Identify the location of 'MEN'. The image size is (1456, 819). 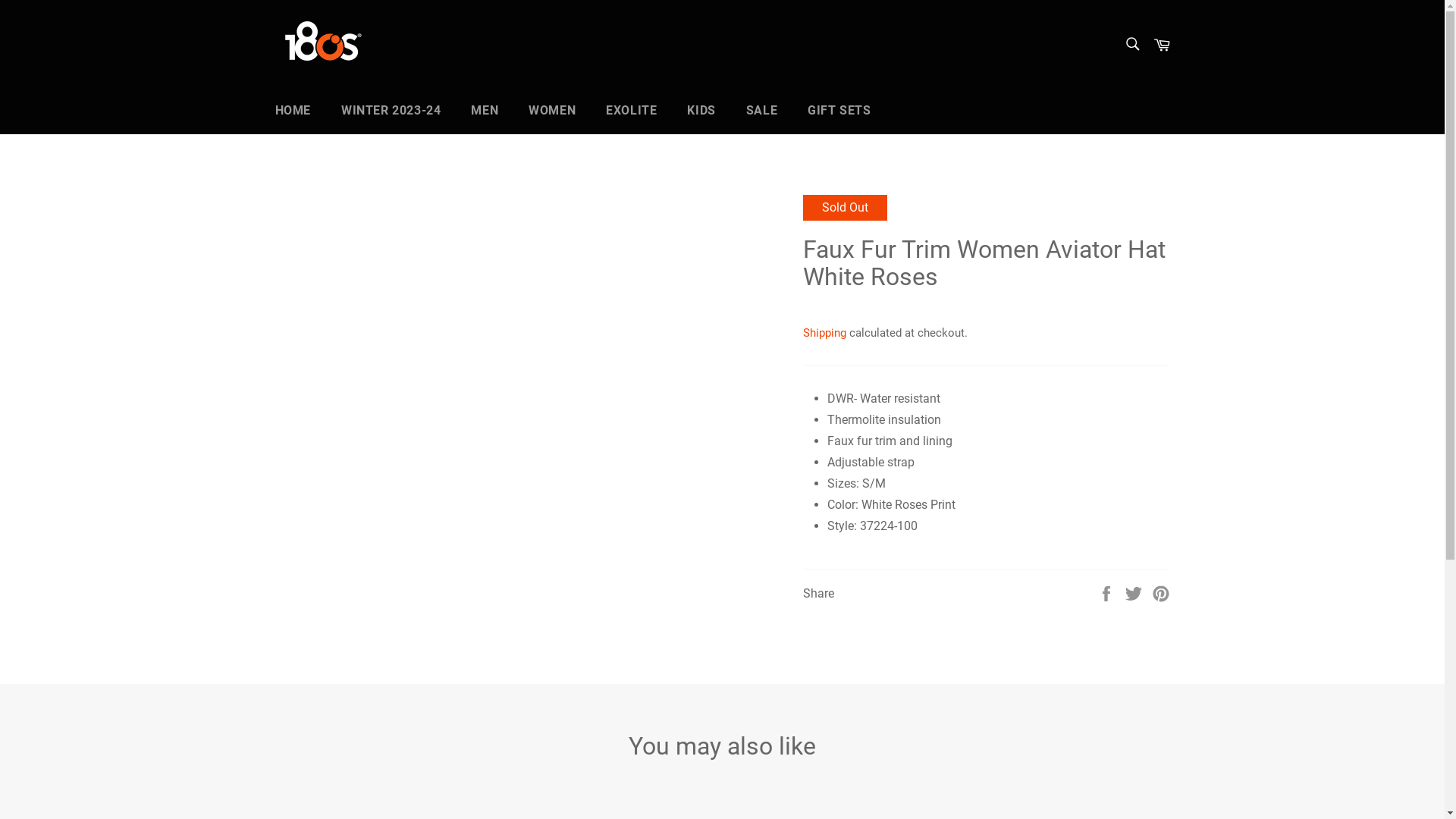
(483, 110).